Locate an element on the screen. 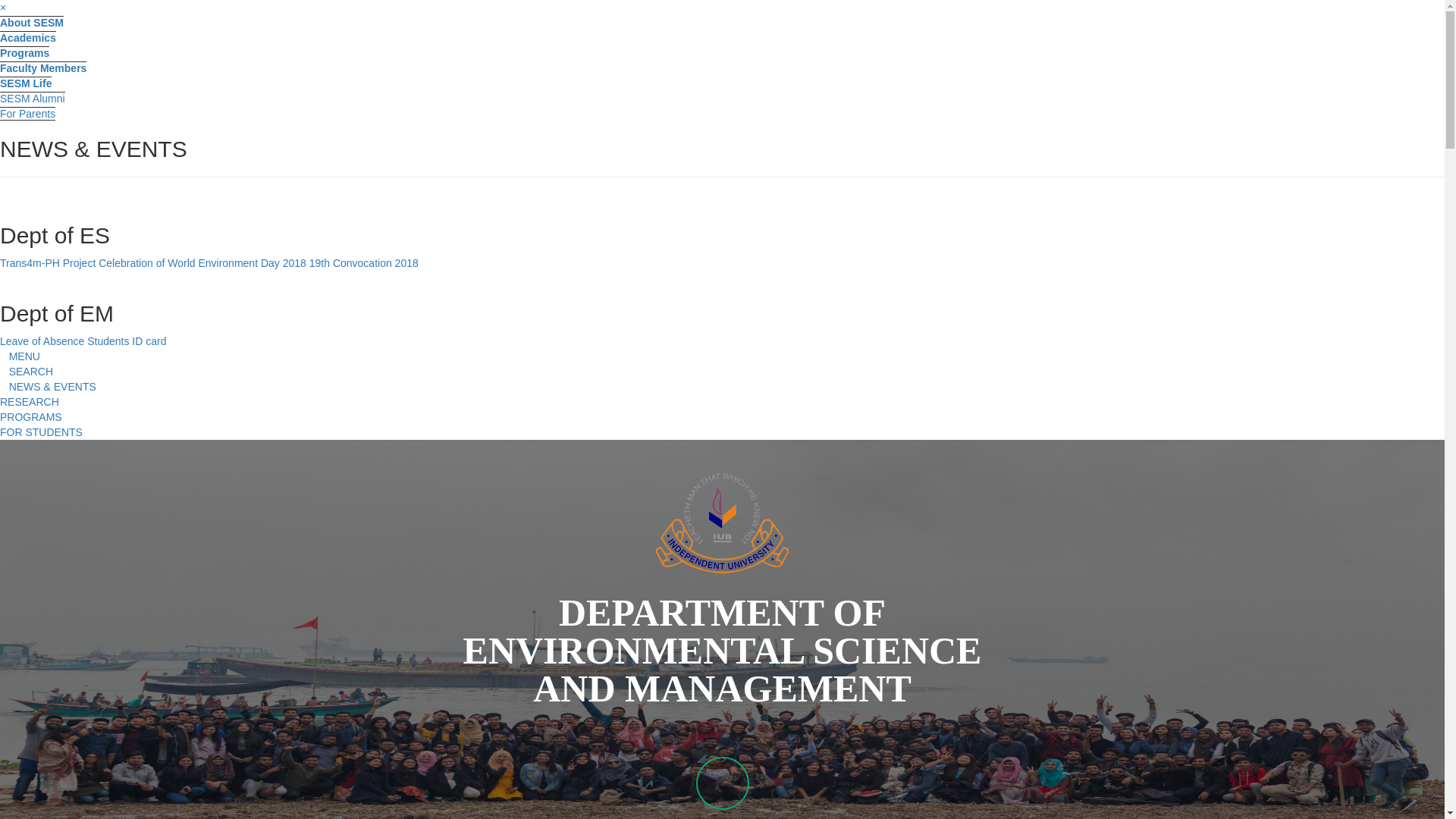 This screenshot has height=819, width=1456. 'FOR STUDENTS' is located at coordinates (41, 432).